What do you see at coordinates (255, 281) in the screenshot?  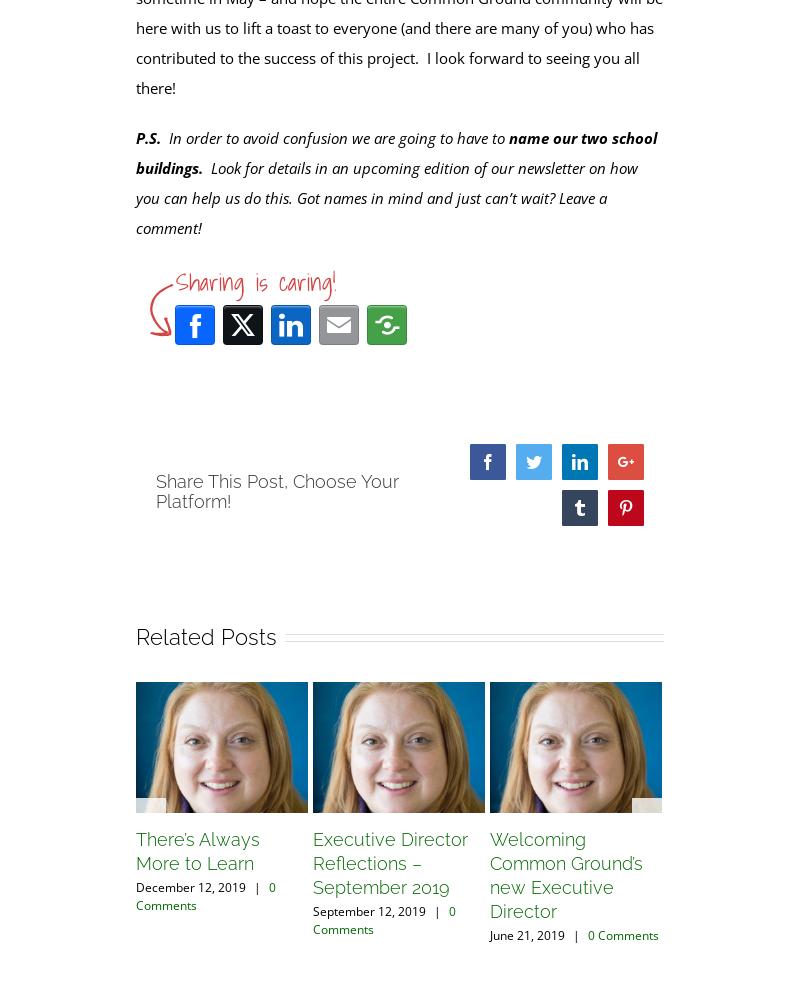 I see `'Sharing is caring!'` at bounding box center [255, 281].